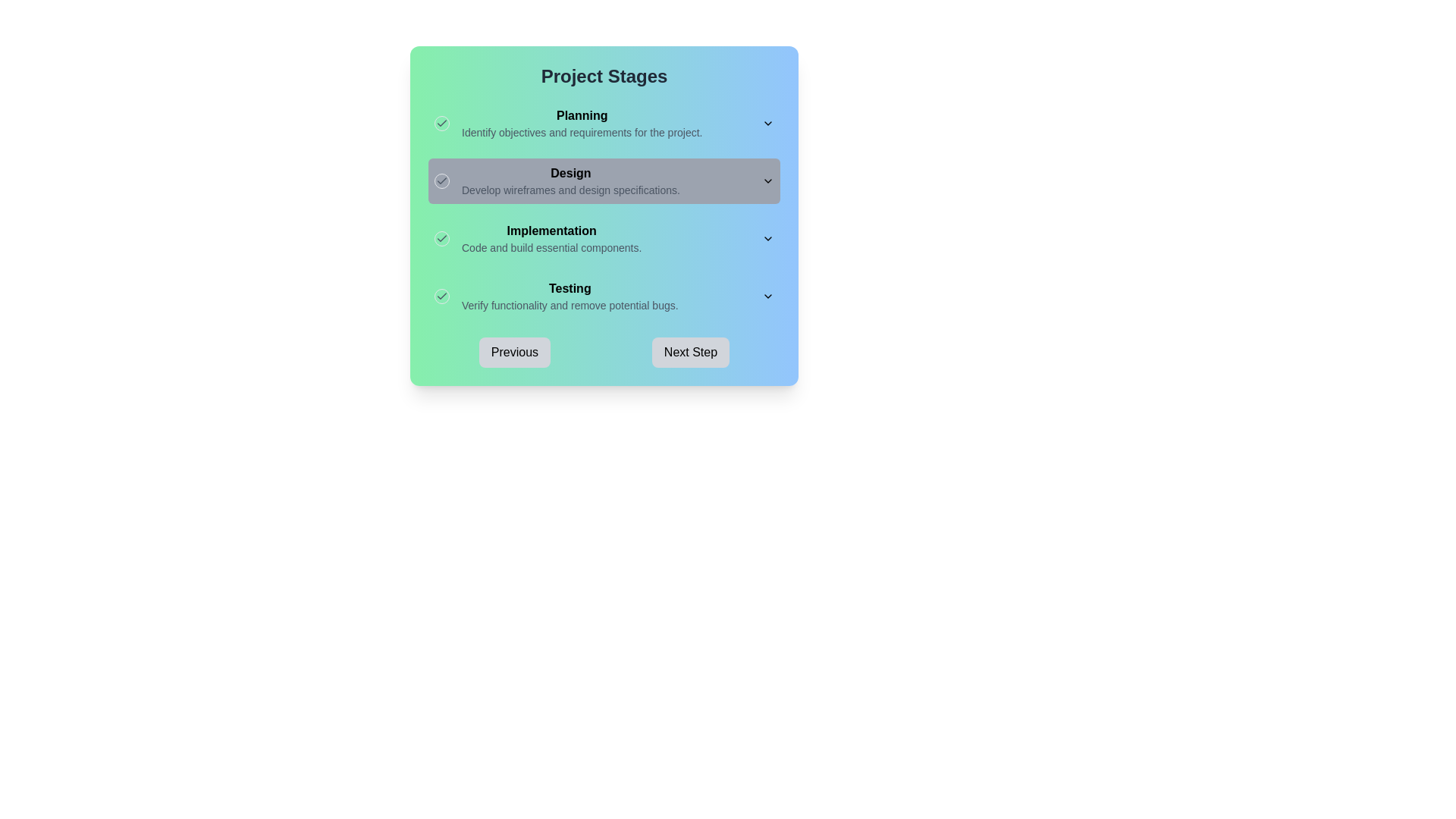 This screenshot has width=1456, height=819. I want to click on the checkbox element, which is a small circular UI component with a thin border and a centered grey checkmark icon, located to the left of the bold text 'Testing', so click(441, 296).